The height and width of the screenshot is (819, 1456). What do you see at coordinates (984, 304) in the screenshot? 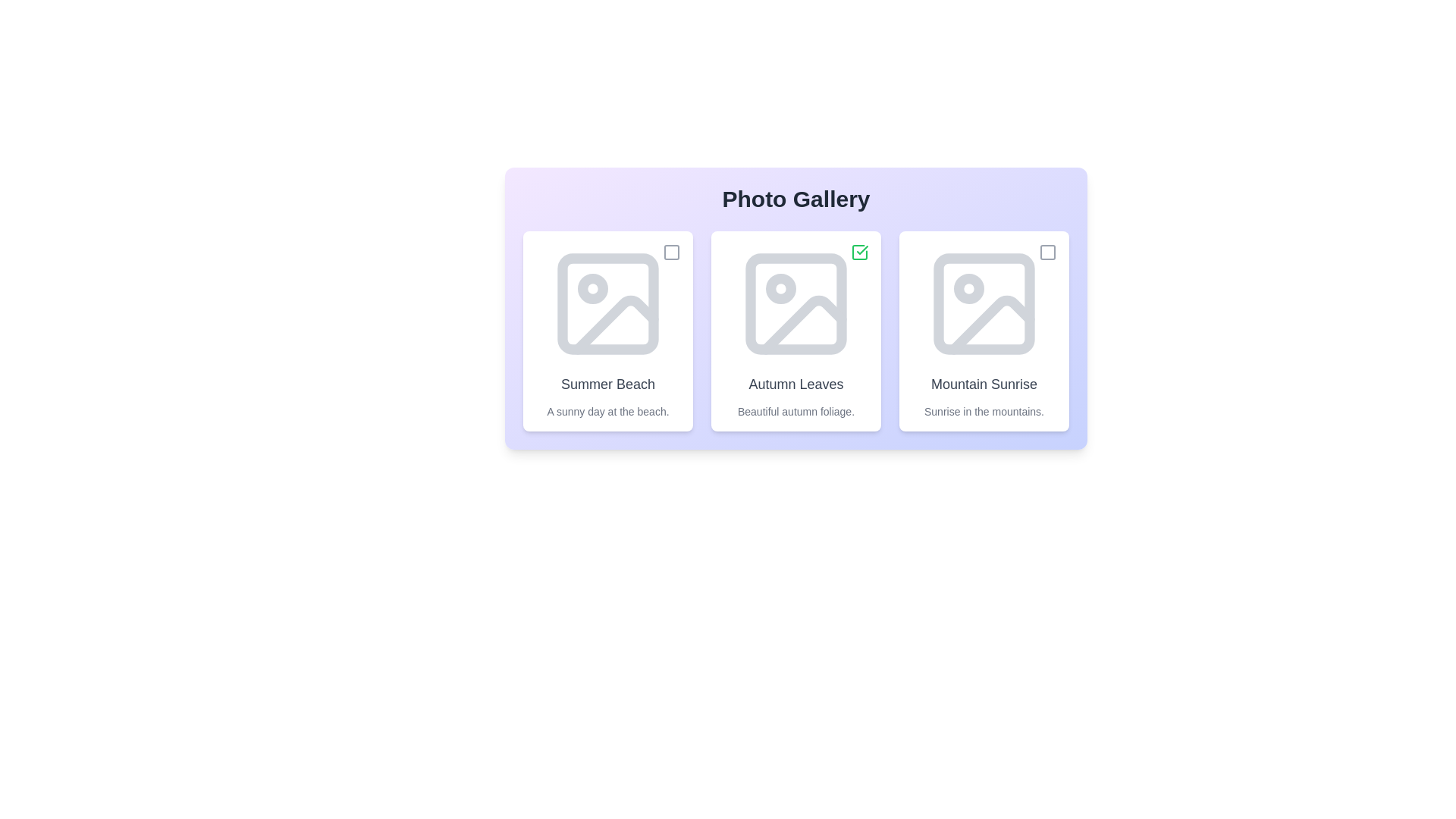
I see `the placeholder image of the photo labeled Mountain Sunrise` at bounding box center [984, 304].